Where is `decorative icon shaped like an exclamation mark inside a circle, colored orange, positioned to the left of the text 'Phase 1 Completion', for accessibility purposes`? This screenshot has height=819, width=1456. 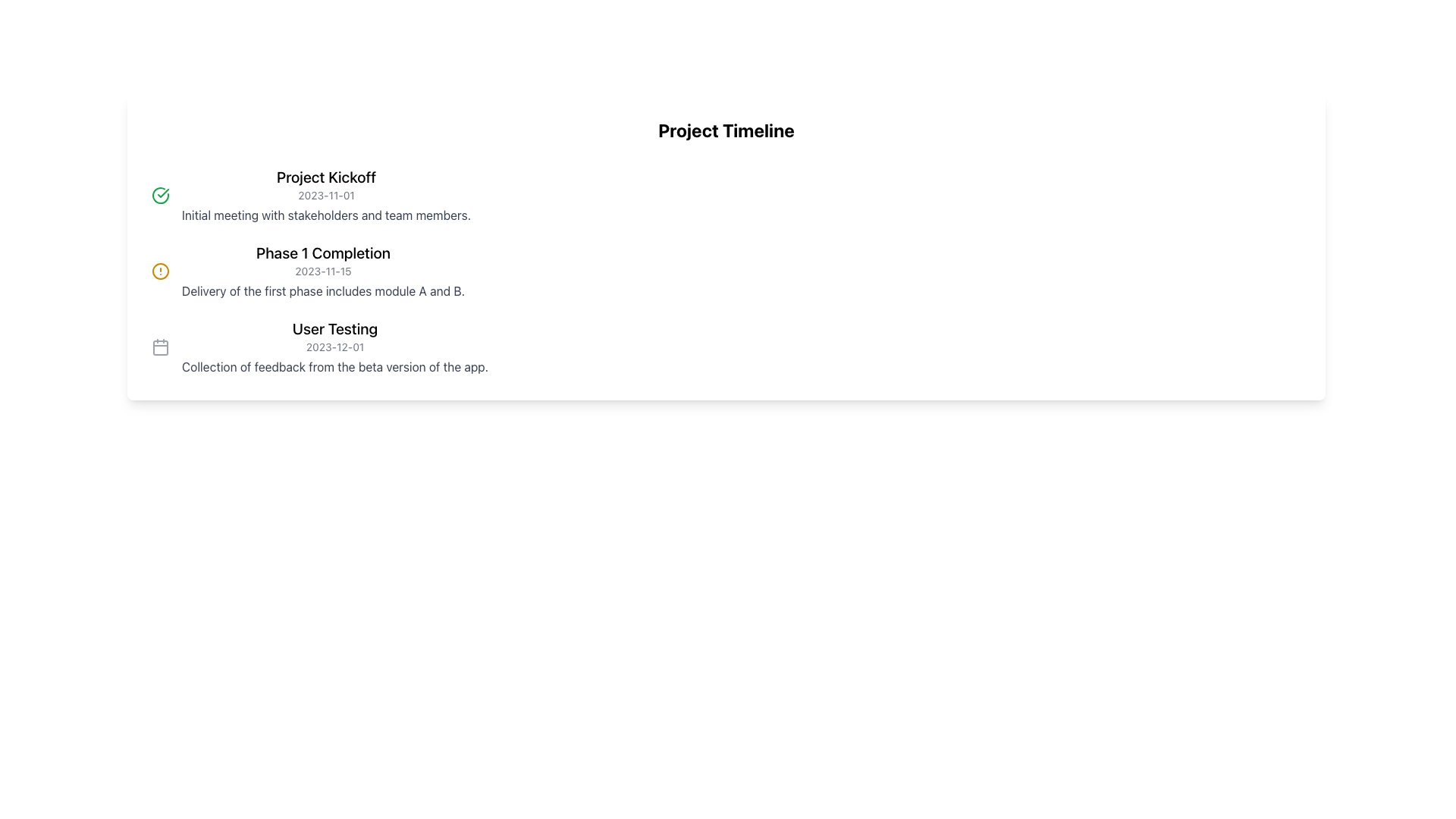 decorative icon shaped like an exclamation mark inside a circle, colored orange, positioned to the left of the text 'Phase 1 Completion', for accessibility purposes is located at coordinates (160, 271).